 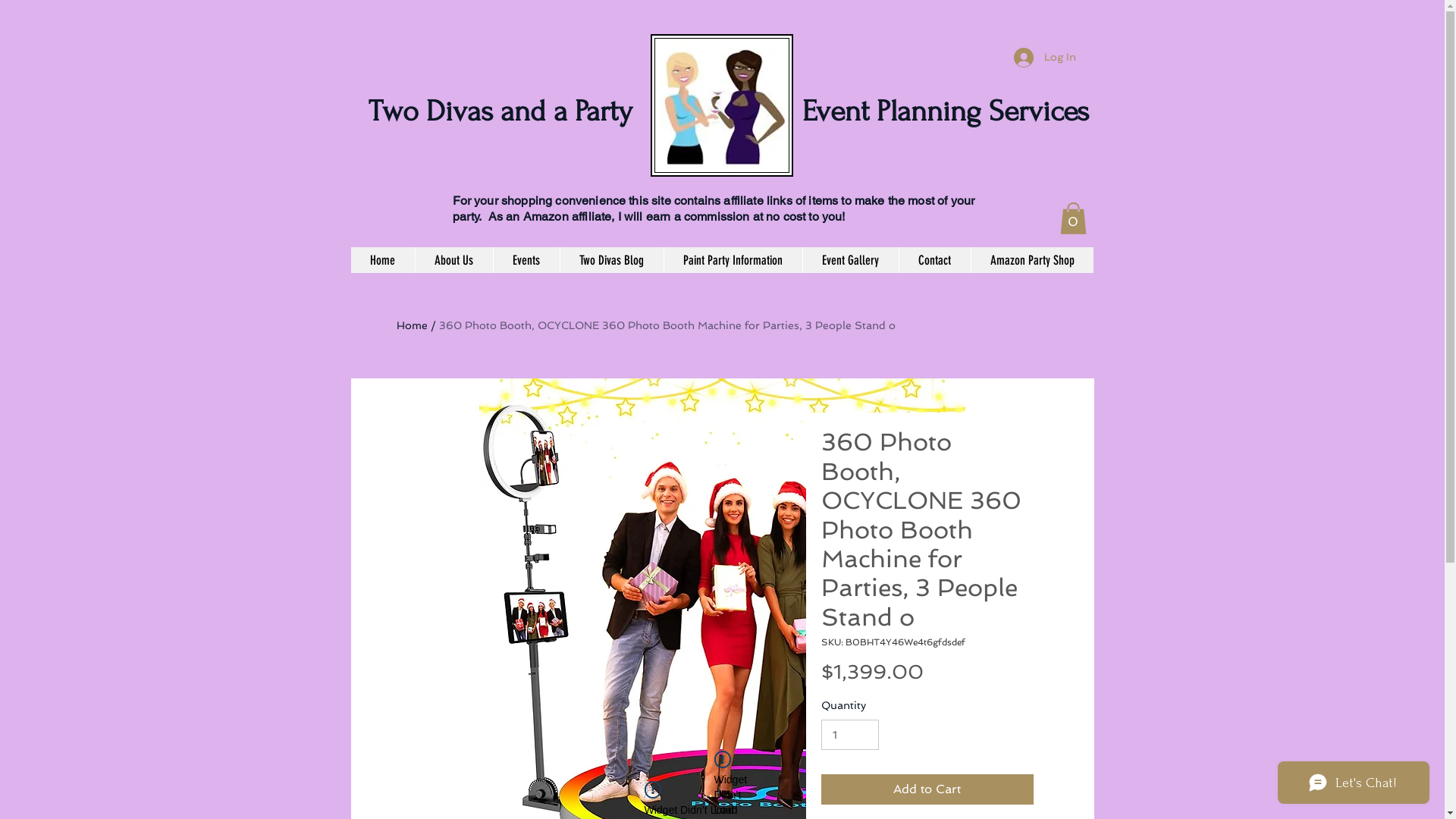 I want to click on 'Add to Cart', so click(x=926, y=789).